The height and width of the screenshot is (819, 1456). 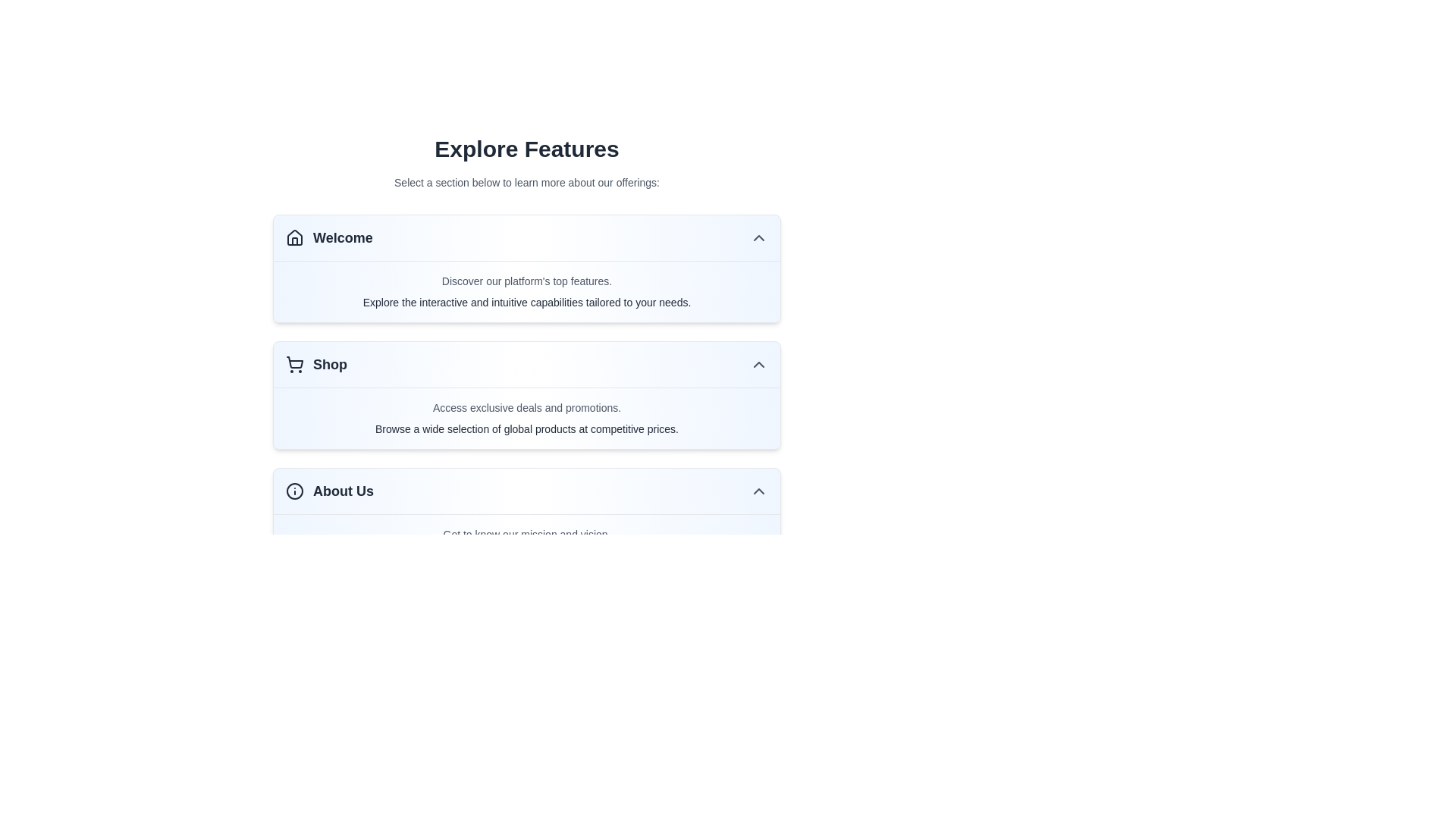 What do you see at coordinates (527, 181) in the screenshot?
I see `the static text element that provides concise instructions for exploring different sections, located directly below the header 'Explore Features'` at bounding box center [527, 181].